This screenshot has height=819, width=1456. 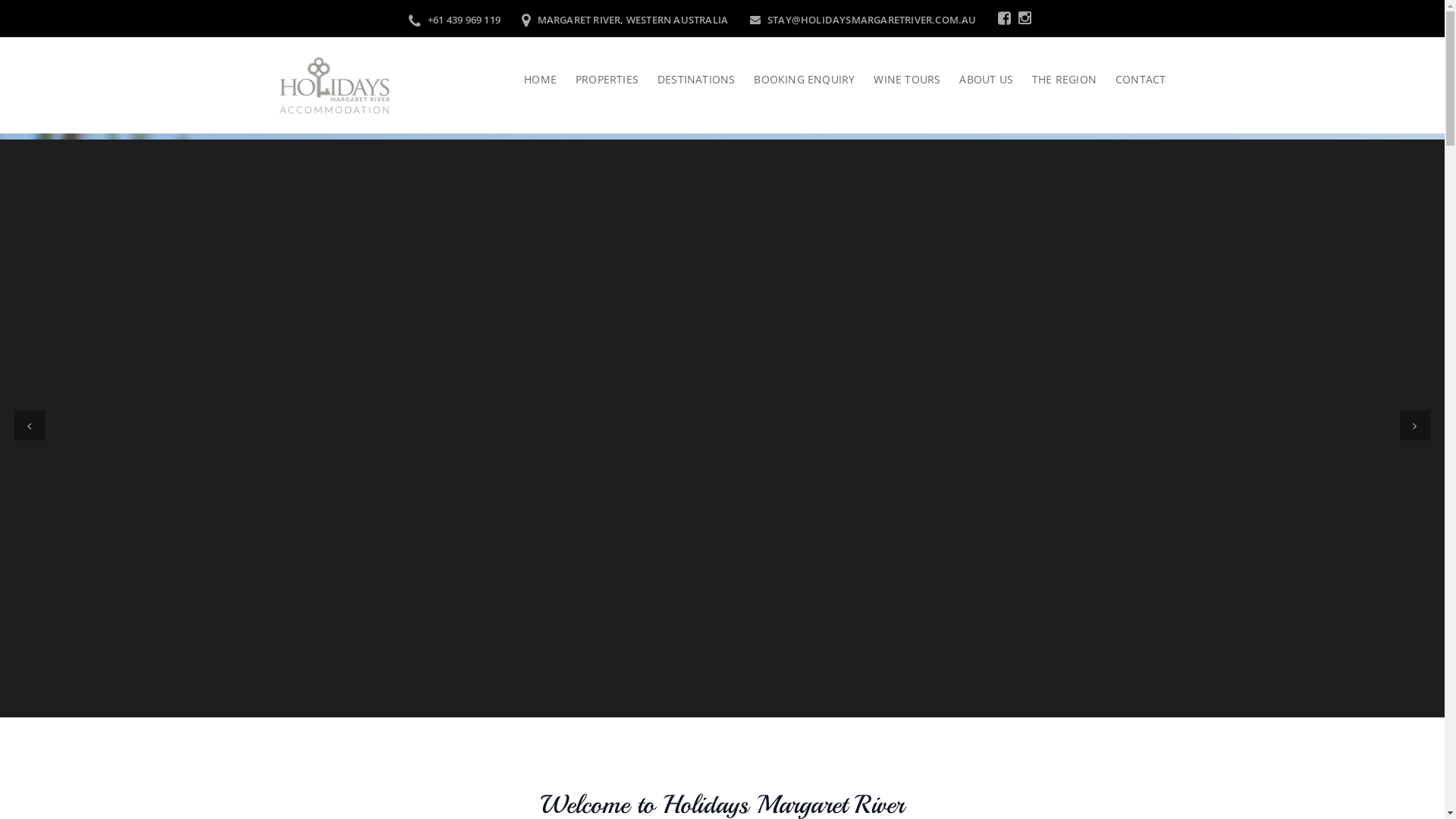 What do you see at coordinates (596, 79) in the screenshot?
I see `'PROPERTIES'` at bounding box center [596, 79].